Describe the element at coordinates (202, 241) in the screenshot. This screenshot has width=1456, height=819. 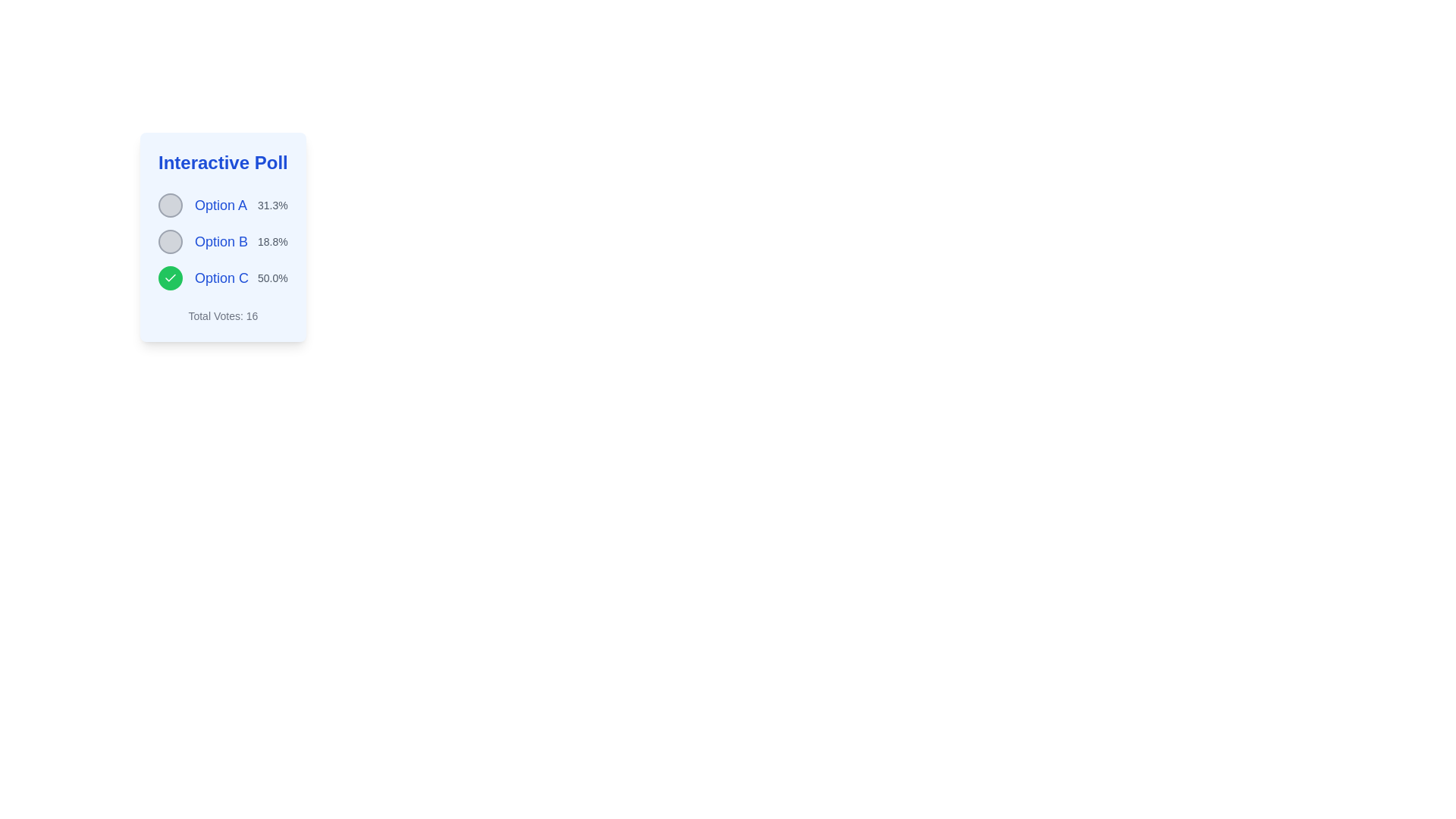
I see `the selectable option labeled 'Option B' in the 'Interactive Poll' component, which is the second item in the vertical list of options` at that location.